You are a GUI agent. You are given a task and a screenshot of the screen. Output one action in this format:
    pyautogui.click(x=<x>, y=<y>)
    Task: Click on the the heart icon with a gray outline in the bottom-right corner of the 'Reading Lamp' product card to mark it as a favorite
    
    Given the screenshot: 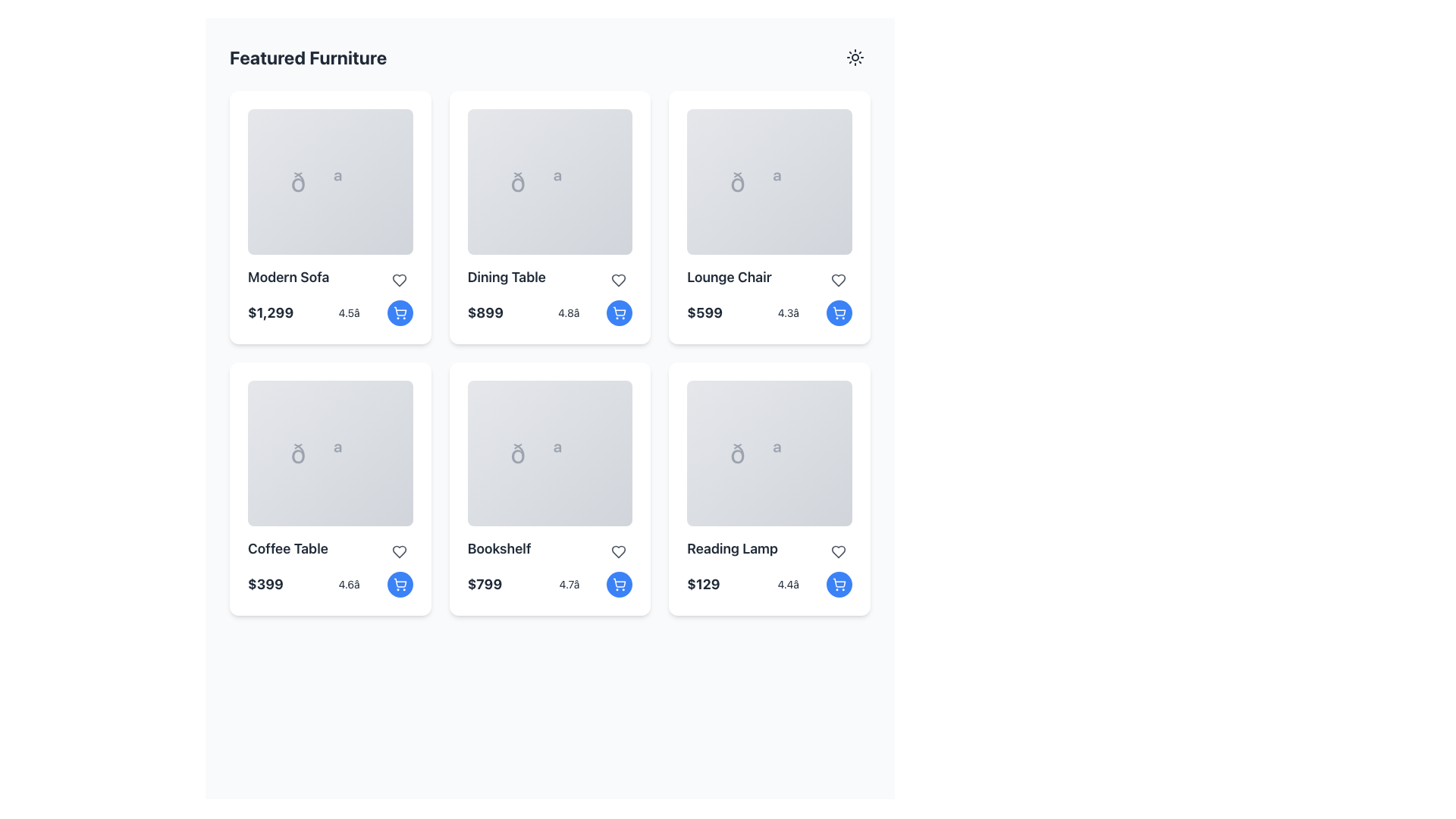 What is the action you would take?
    pyautogui.click(x=837, y=552)
    